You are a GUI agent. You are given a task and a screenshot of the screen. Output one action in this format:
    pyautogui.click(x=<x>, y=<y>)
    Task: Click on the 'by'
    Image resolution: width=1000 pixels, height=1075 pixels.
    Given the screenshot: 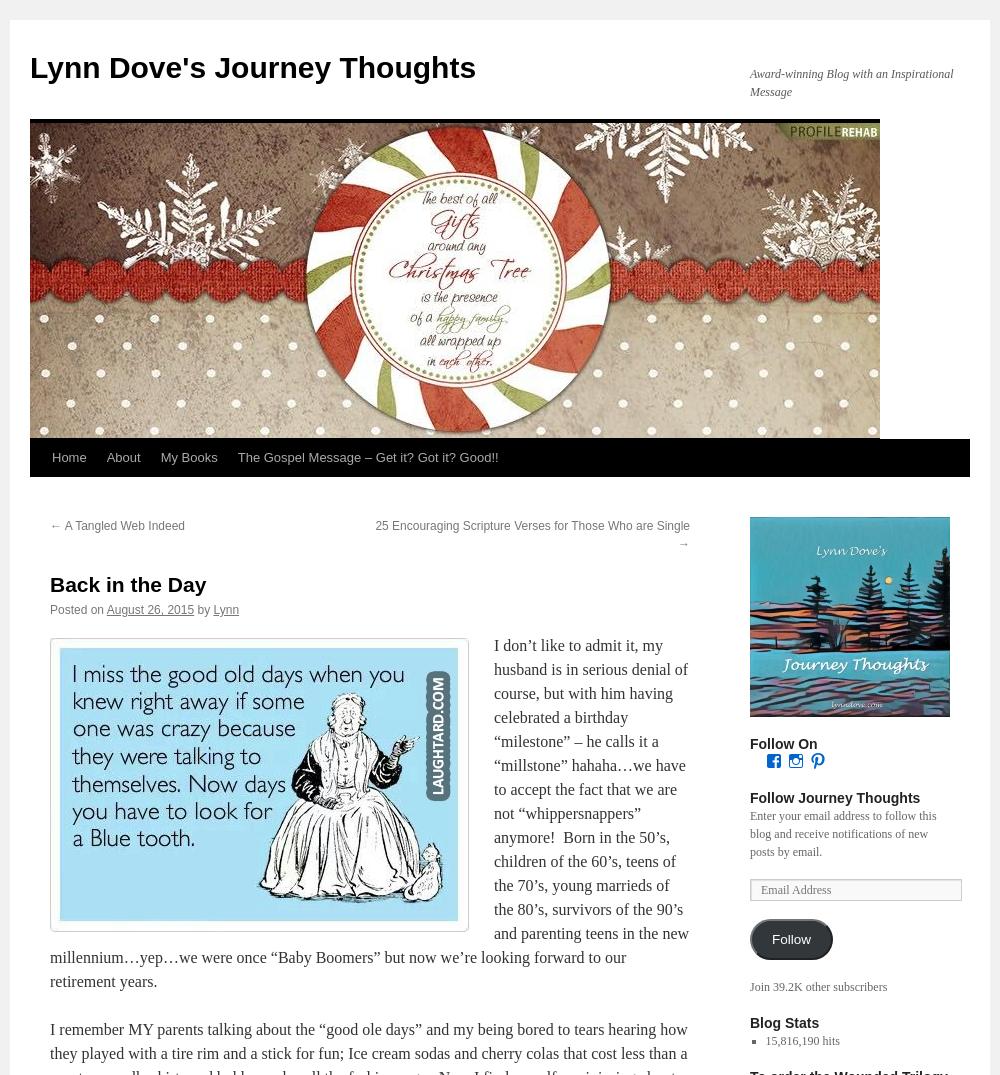 What is the action you would take?
    pyautogui.click(x=196, y=608)
    